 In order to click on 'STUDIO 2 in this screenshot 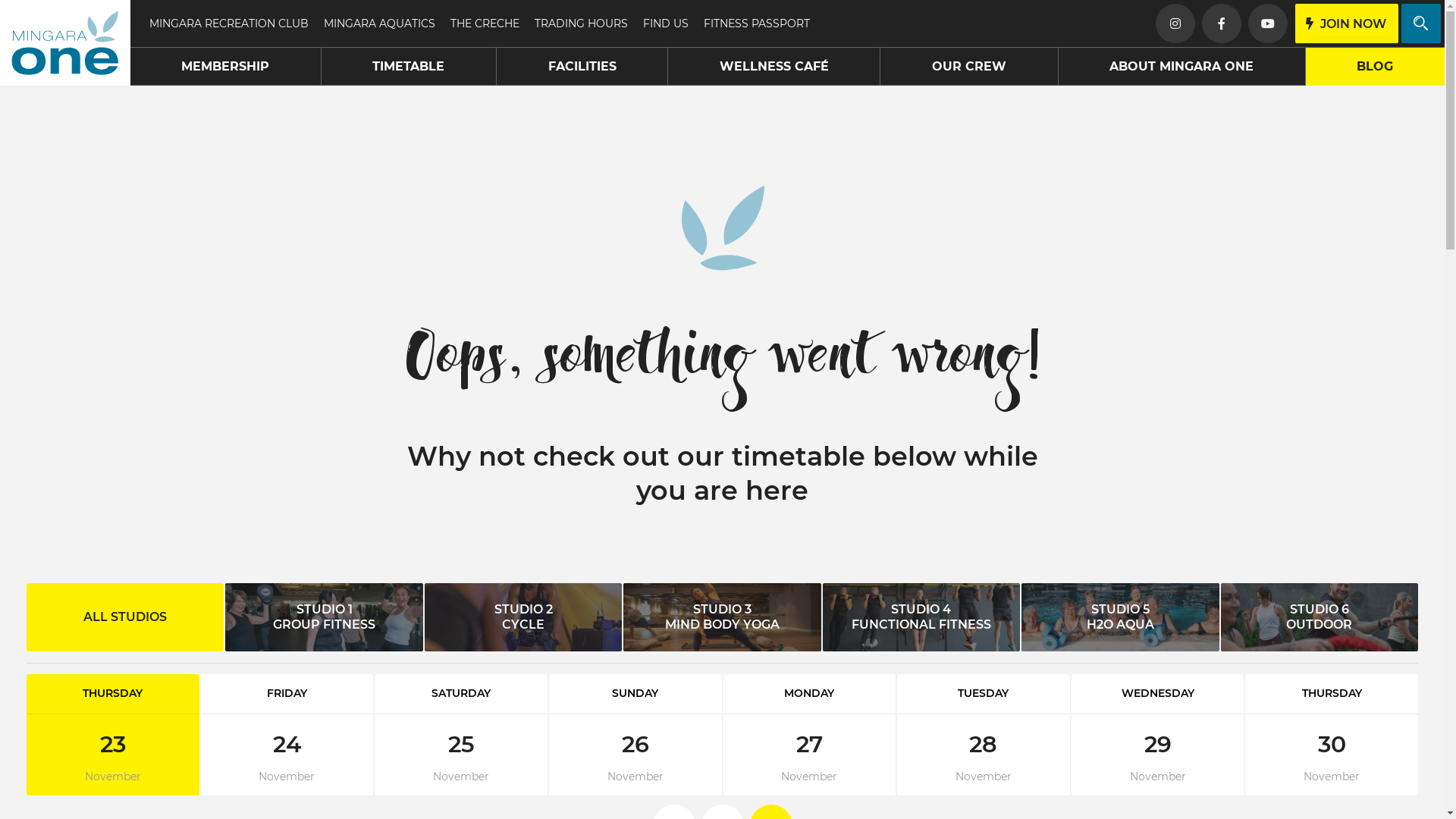, I will do `click(425, 617)`.